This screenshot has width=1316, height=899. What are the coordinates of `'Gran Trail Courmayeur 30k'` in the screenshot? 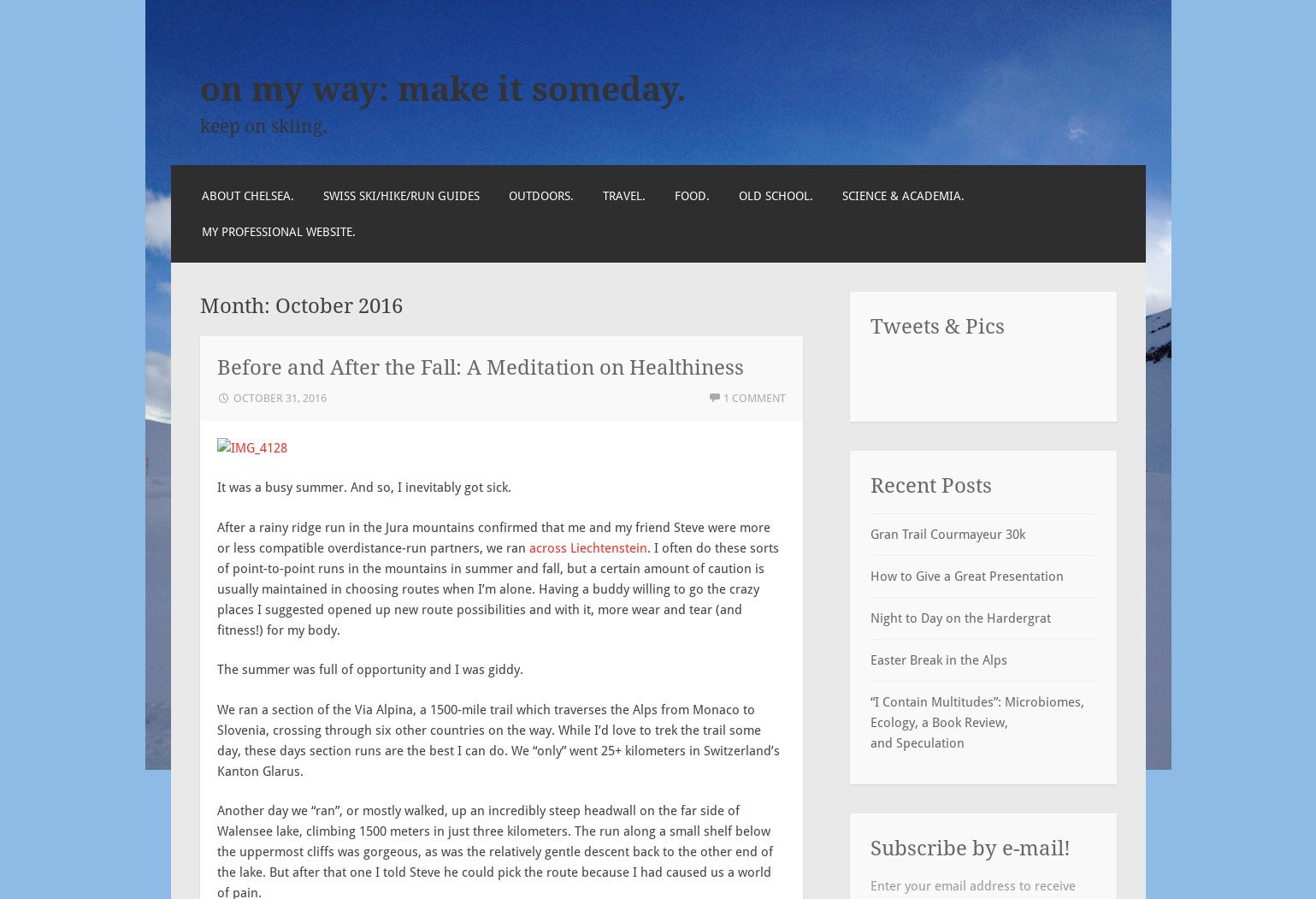 It's located at (946, 532).